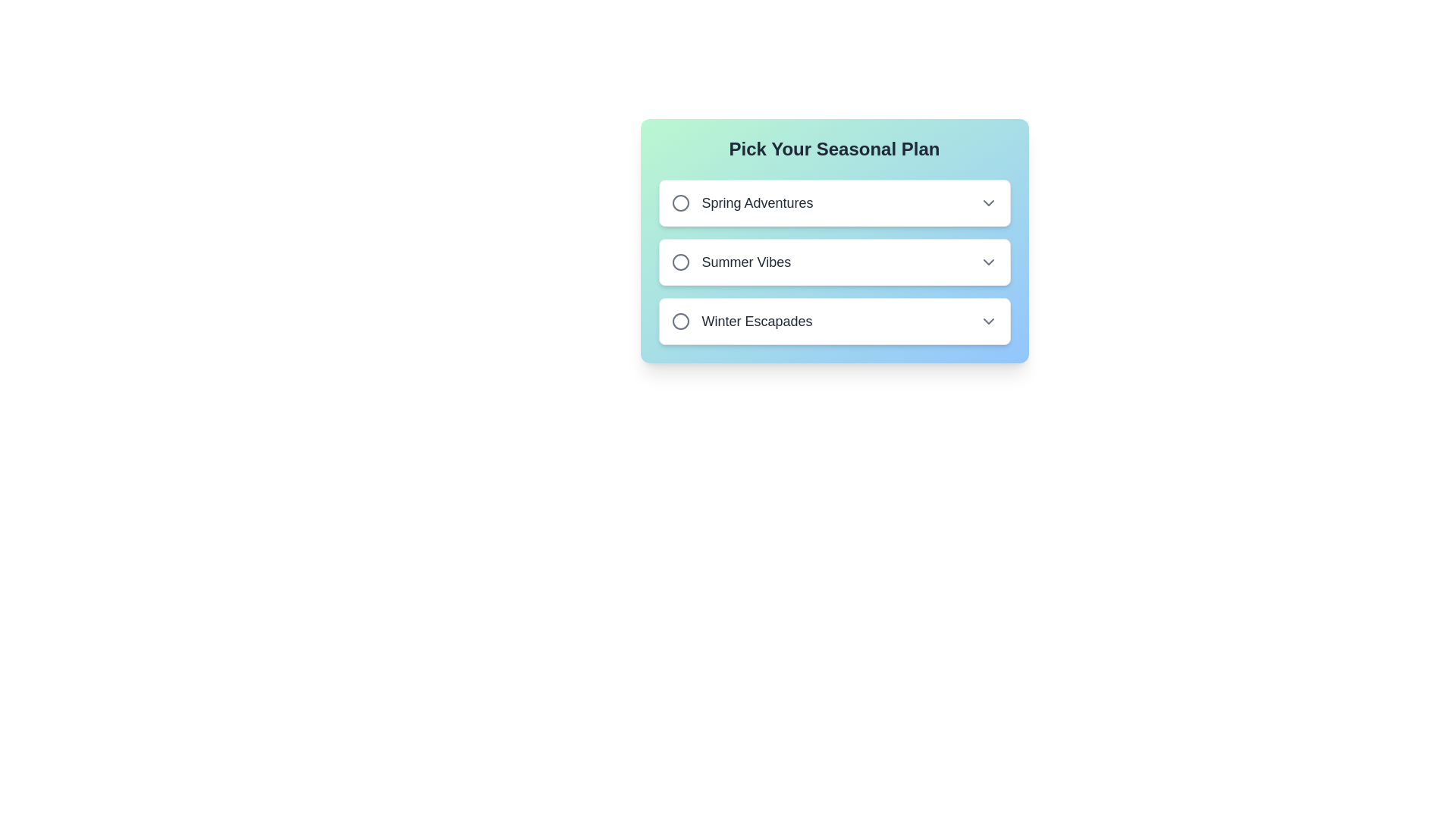  What do you see at coordinates (679, 262) in the screenshot?
I see `the radio button for 'Summer Vibes'` at bounding box center [679, 262].